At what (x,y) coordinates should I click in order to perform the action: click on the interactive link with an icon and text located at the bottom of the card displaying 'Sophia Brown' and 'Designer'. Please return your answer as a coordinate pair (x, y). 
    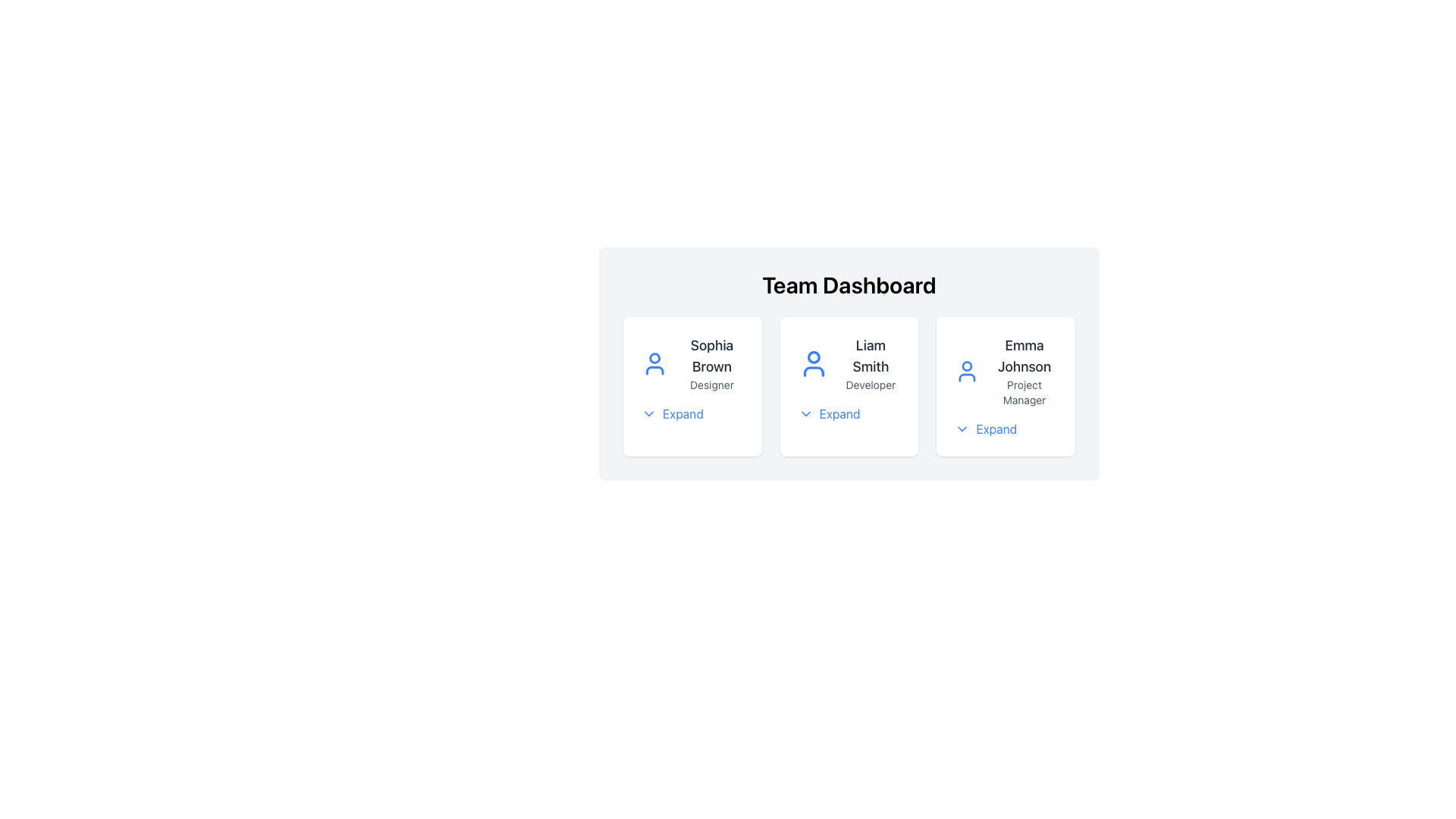
    Looking at the image, I should click on (691, 414).